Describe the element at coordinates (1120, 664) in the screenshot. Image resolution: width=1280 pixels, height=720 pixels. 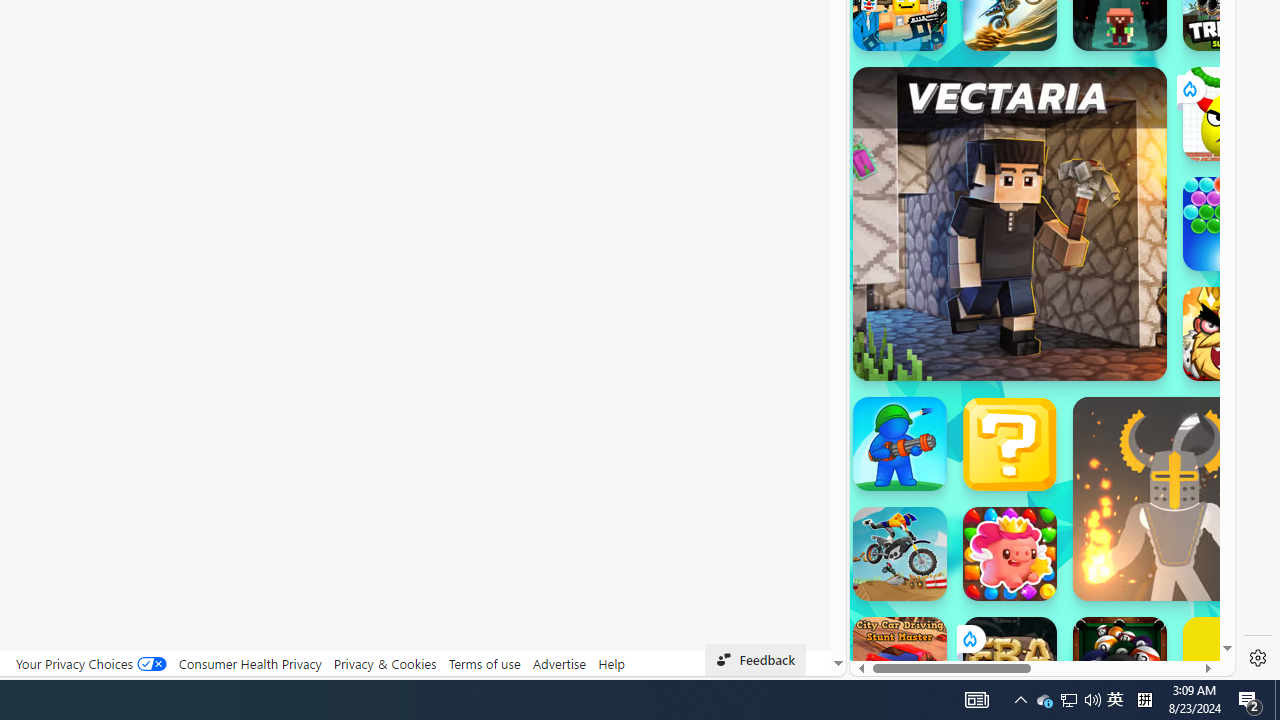
I see `'8 Ball Pool With Buddies'` at that location.